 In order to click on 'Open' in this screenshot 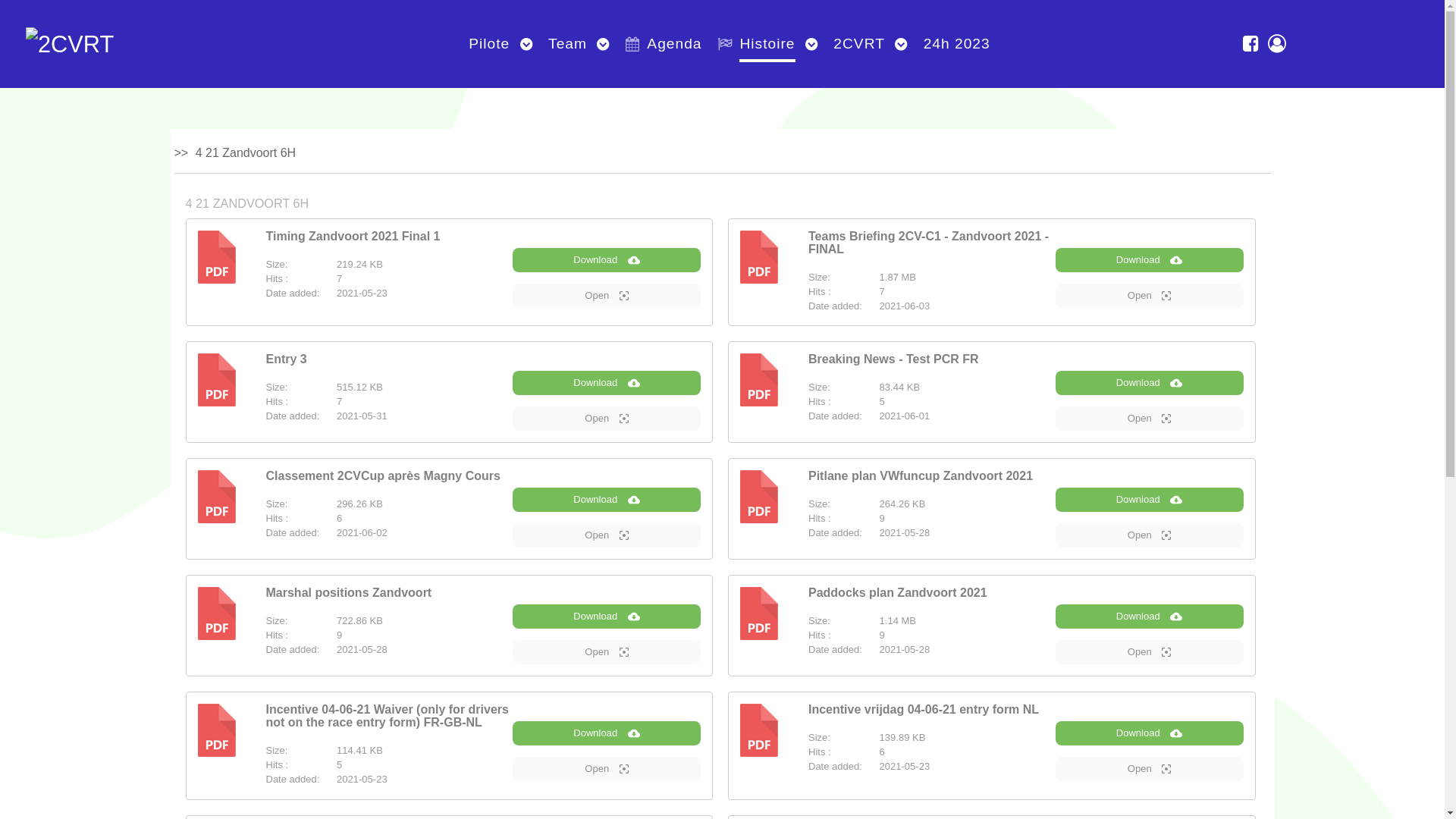, I will do `click(607, 295)`.